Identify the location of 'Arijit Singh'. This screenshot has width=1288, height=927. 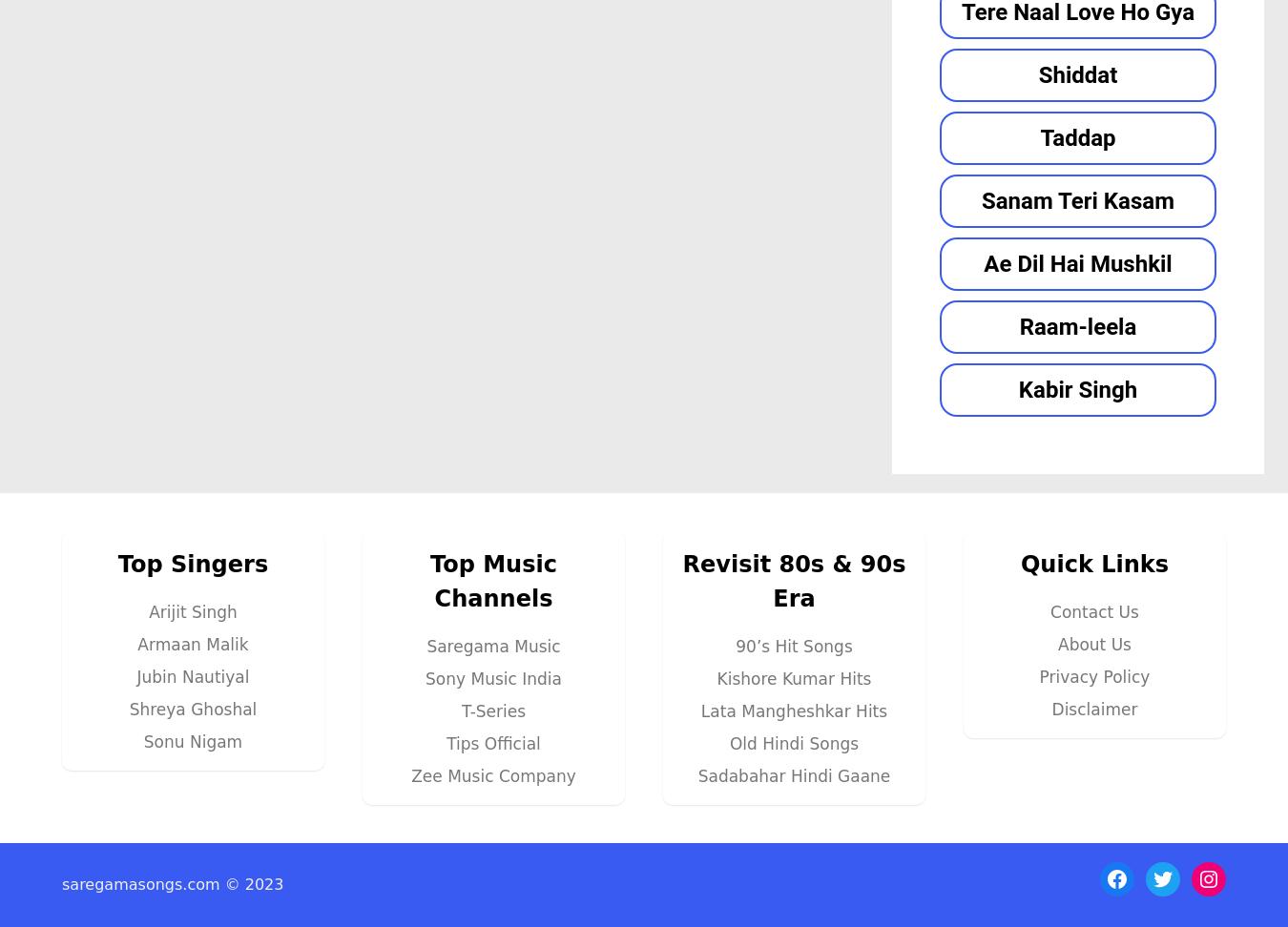
(192, 611).